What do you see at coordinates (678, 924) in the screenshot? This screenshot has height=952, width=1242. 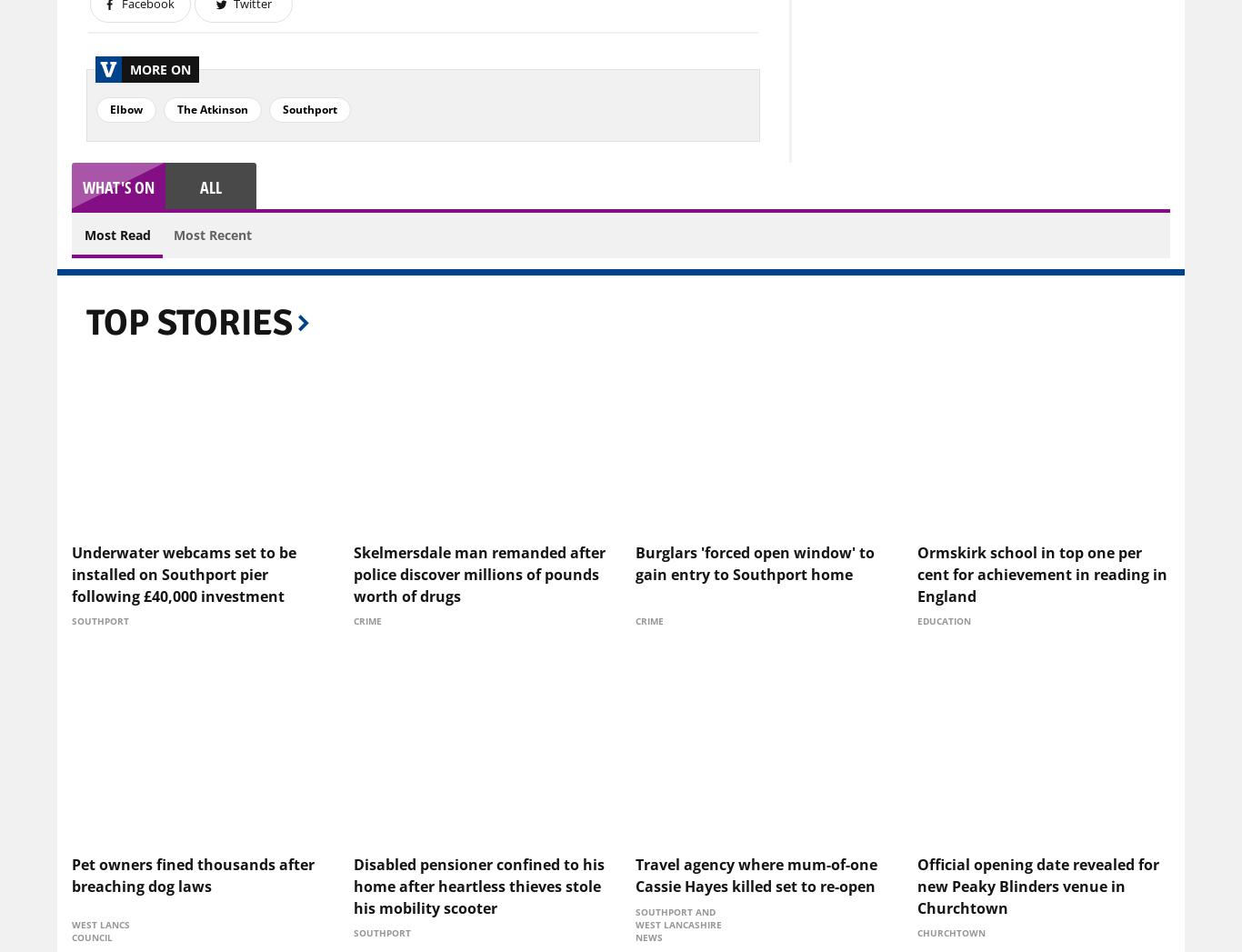 I see `'Southport and West Lancashire News'` at bounding box center [678, 924].